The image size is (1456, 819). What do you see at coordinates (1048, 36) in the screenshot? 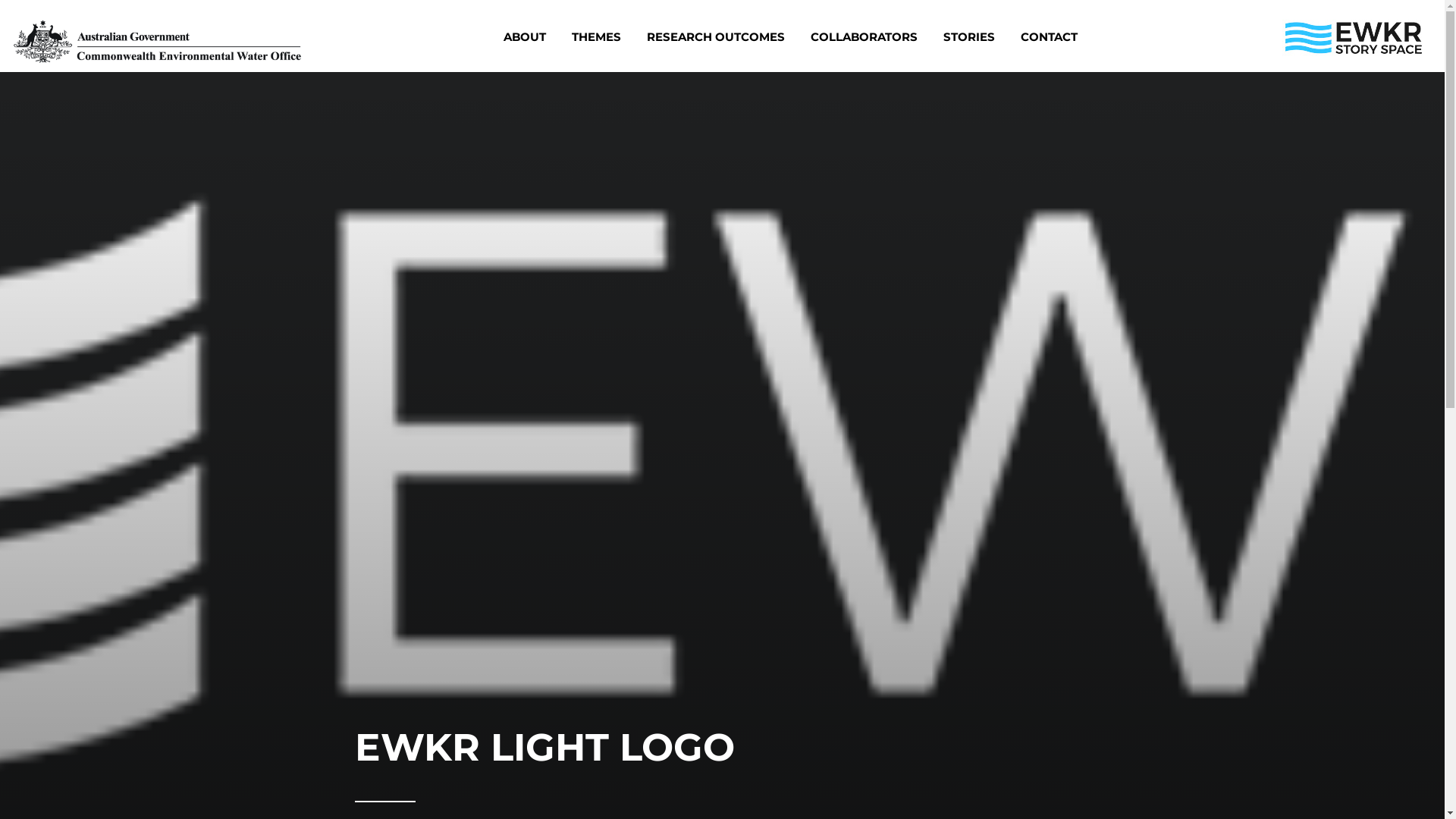
I see `'CONTACT'` at bounding box center [1048, 36].